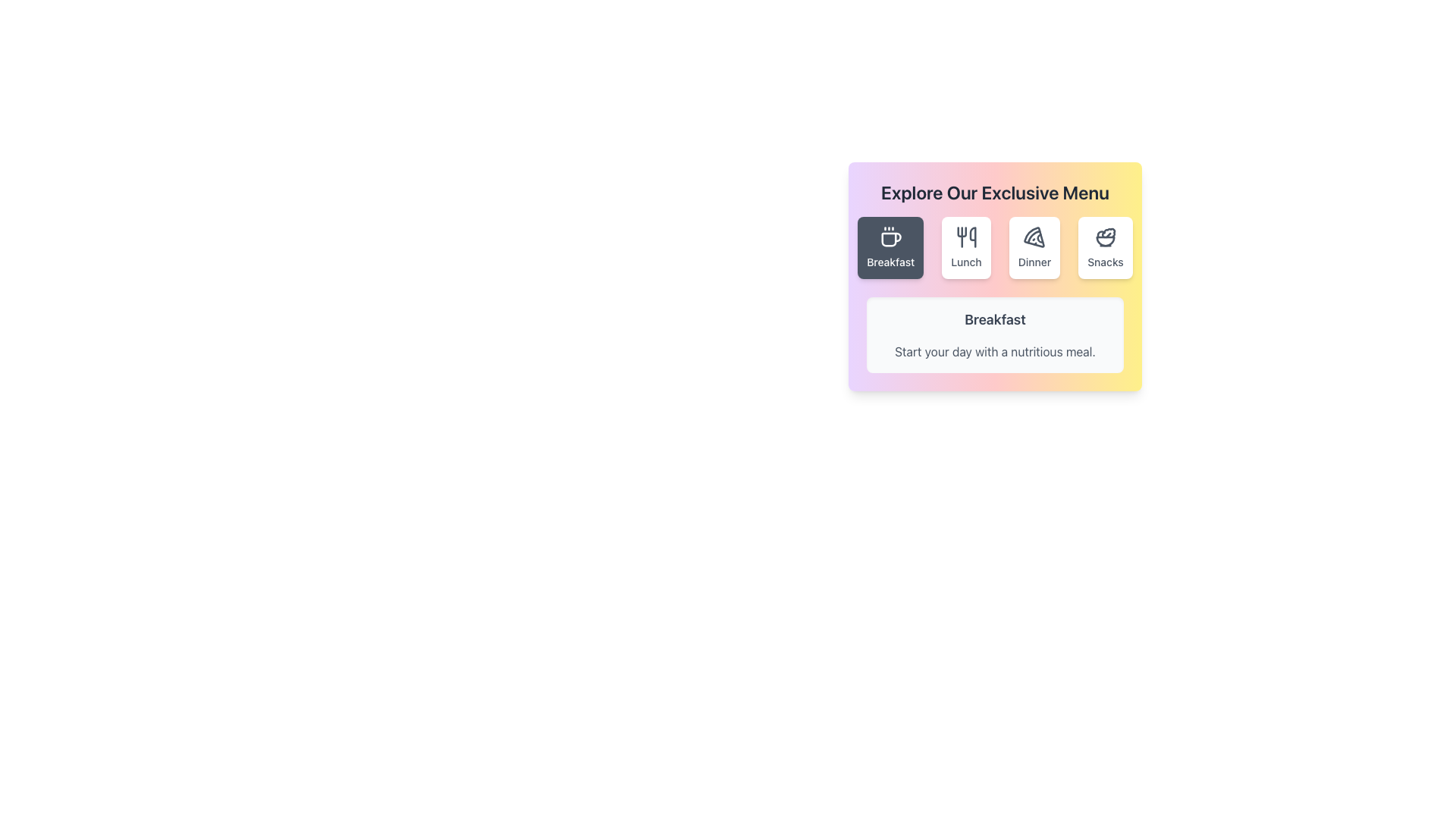  Describe the element at coordinates (995, 277) in the screenshot. I see `the individual buttons within the Group of Interactive Elements, which is a rectangular section with a gradient background from yellow to purple, located below the title 'Explore Our Exclusive Menu'` at that location.